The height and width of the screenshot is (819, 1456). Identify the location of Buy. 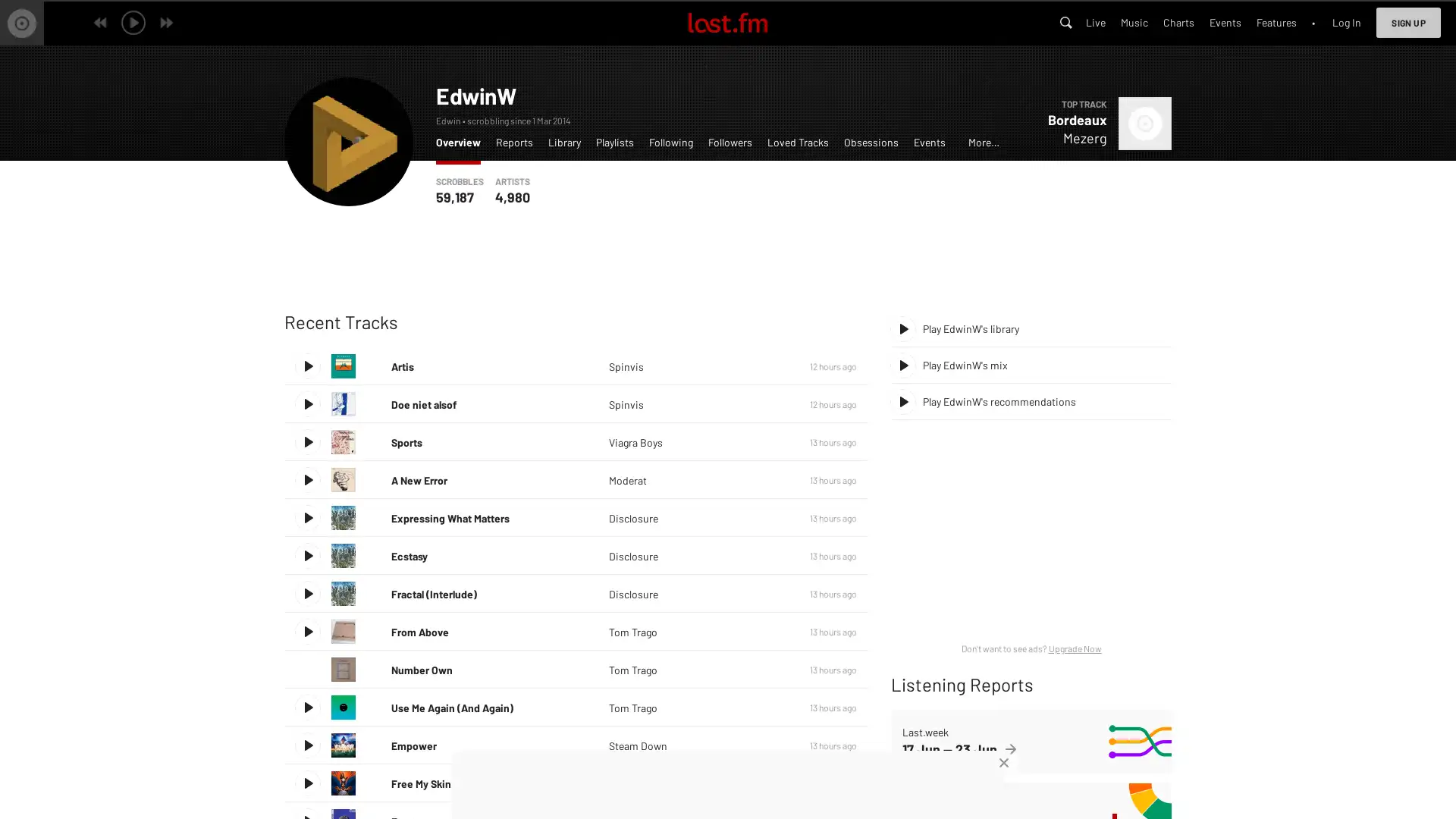
(764, 745).